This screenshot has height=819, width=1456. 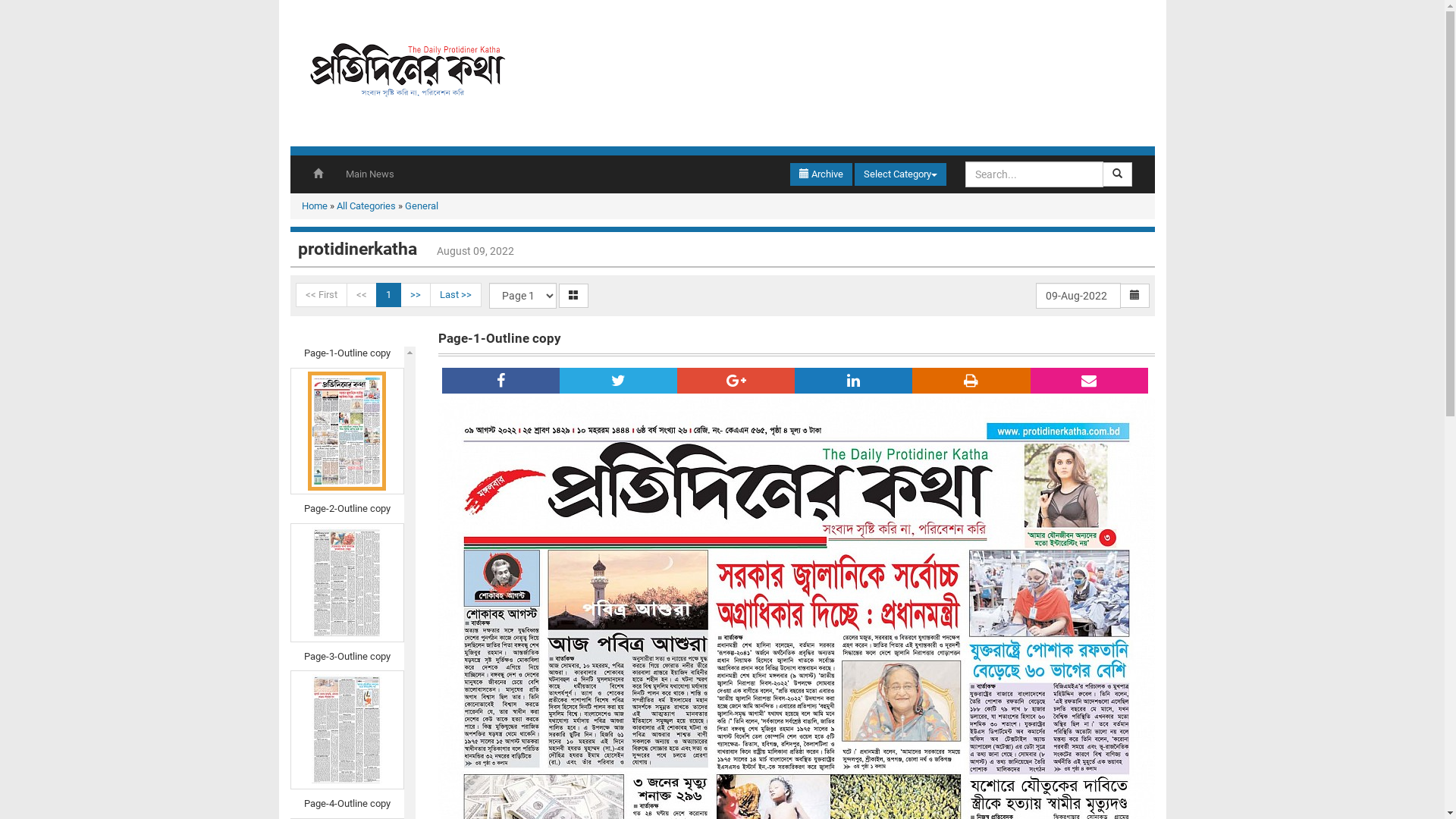 What do you see at coordinates (422, 206) in the screenshot?
I see `'General'` at bounding box center [422, 206].